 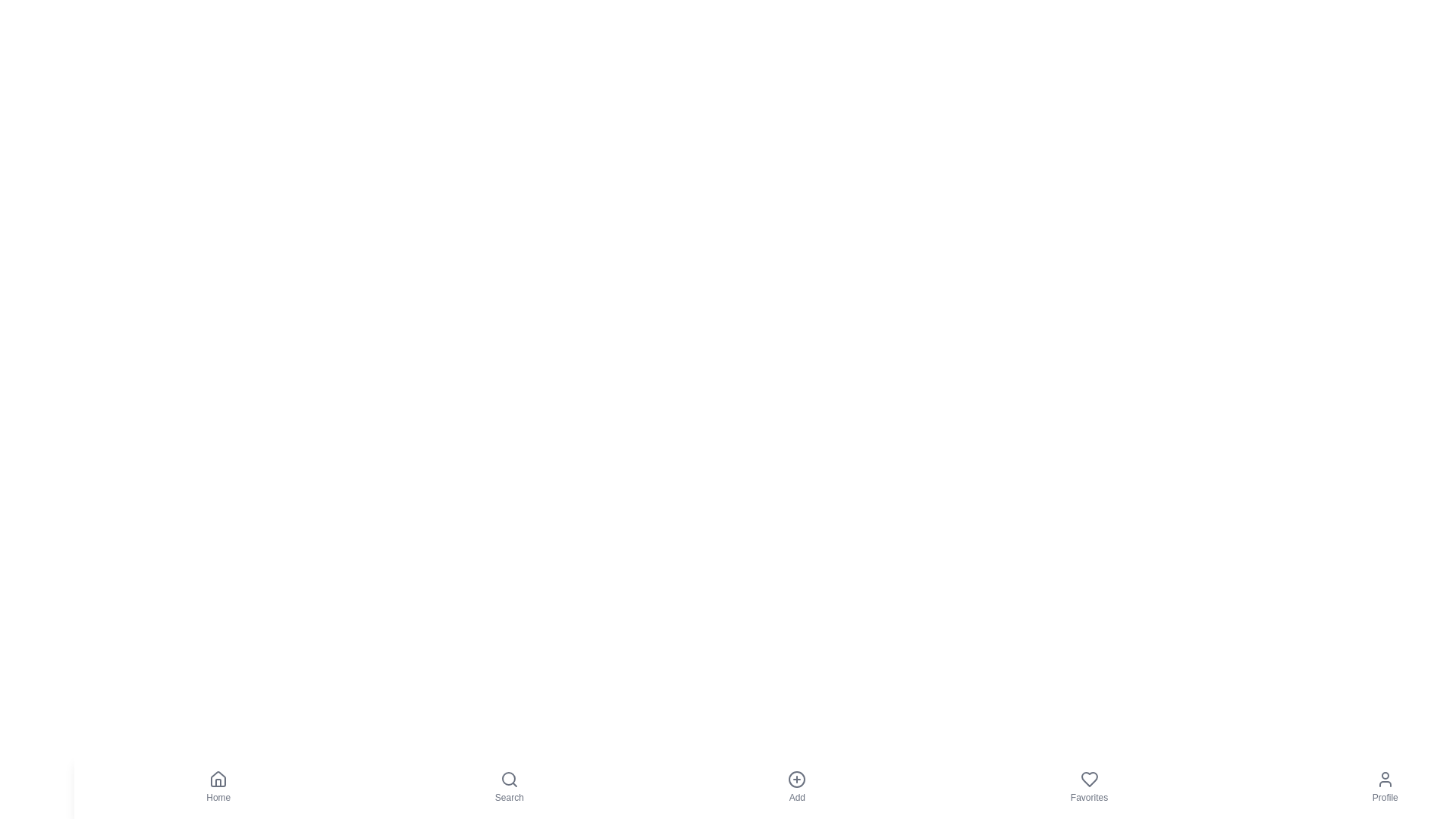 I want to click on the 'Home' text label in the navigation menu located at the bottom of the interface, so click(x=218, y=797).